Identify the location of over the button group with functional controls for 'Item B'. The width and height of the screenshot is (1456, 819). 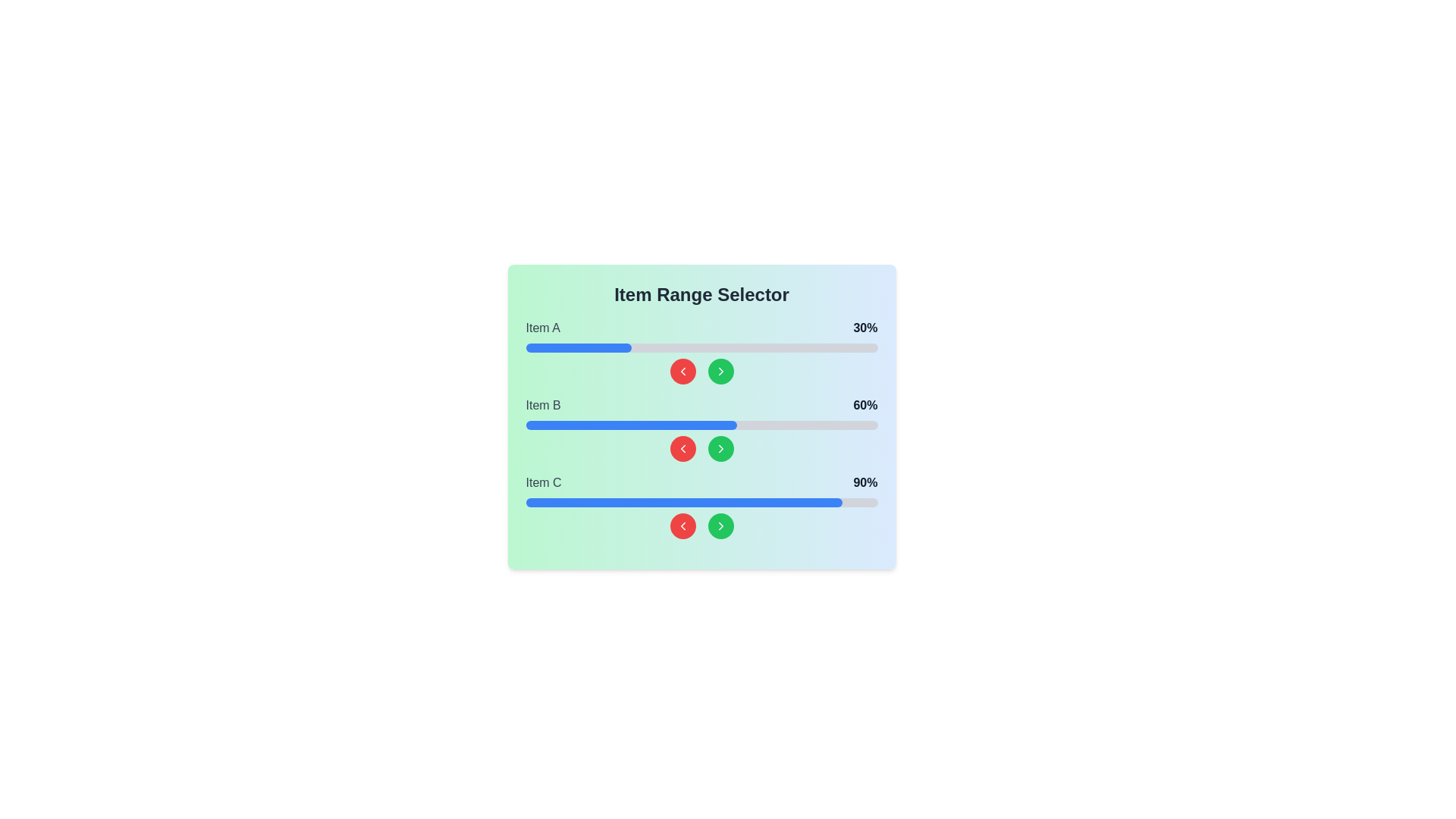
(701, 447).